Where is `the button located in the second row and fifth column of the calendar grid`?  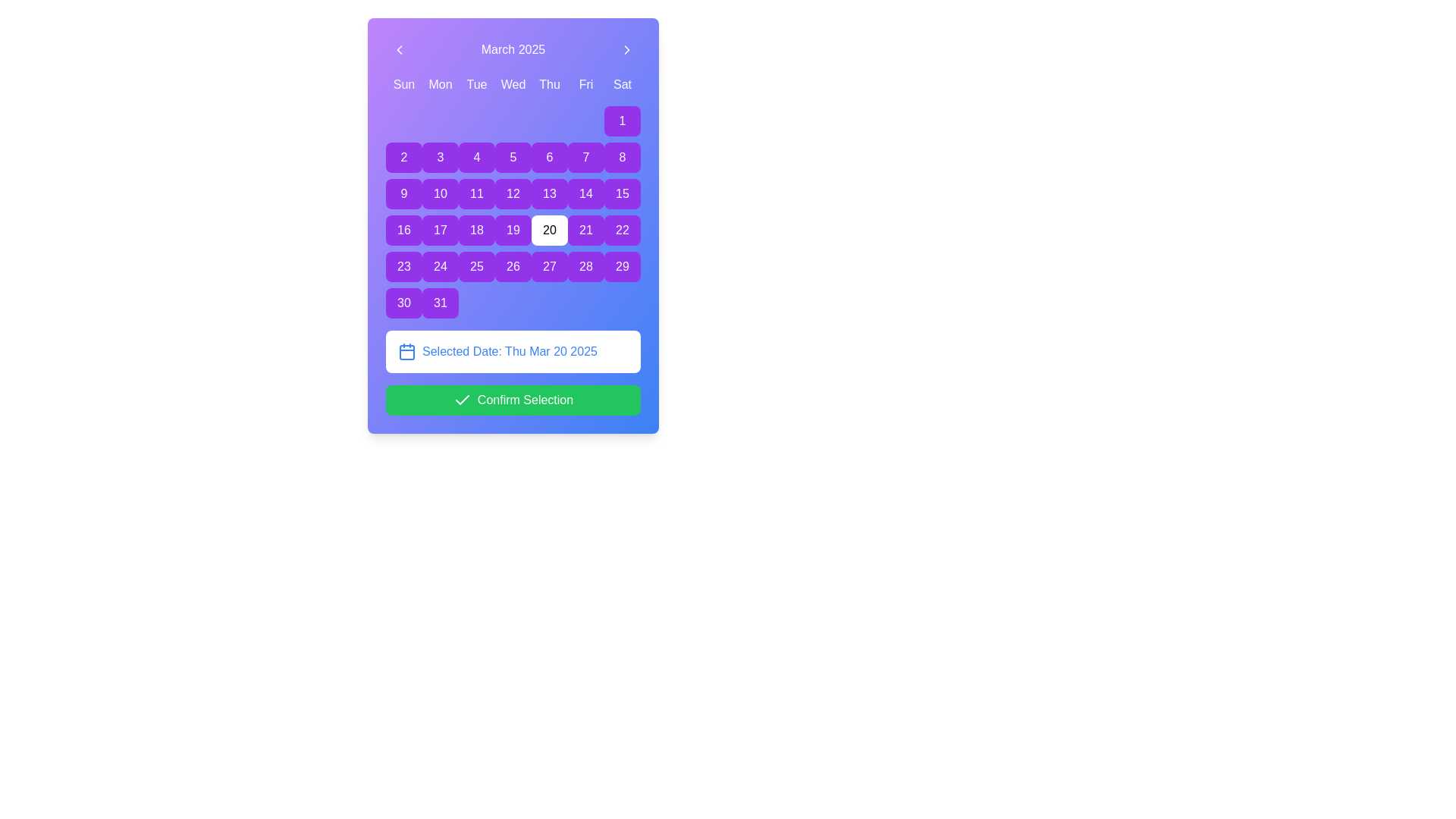 the button located in the second row and fifth column of the calendar grid is located at coordinates (513, 158).